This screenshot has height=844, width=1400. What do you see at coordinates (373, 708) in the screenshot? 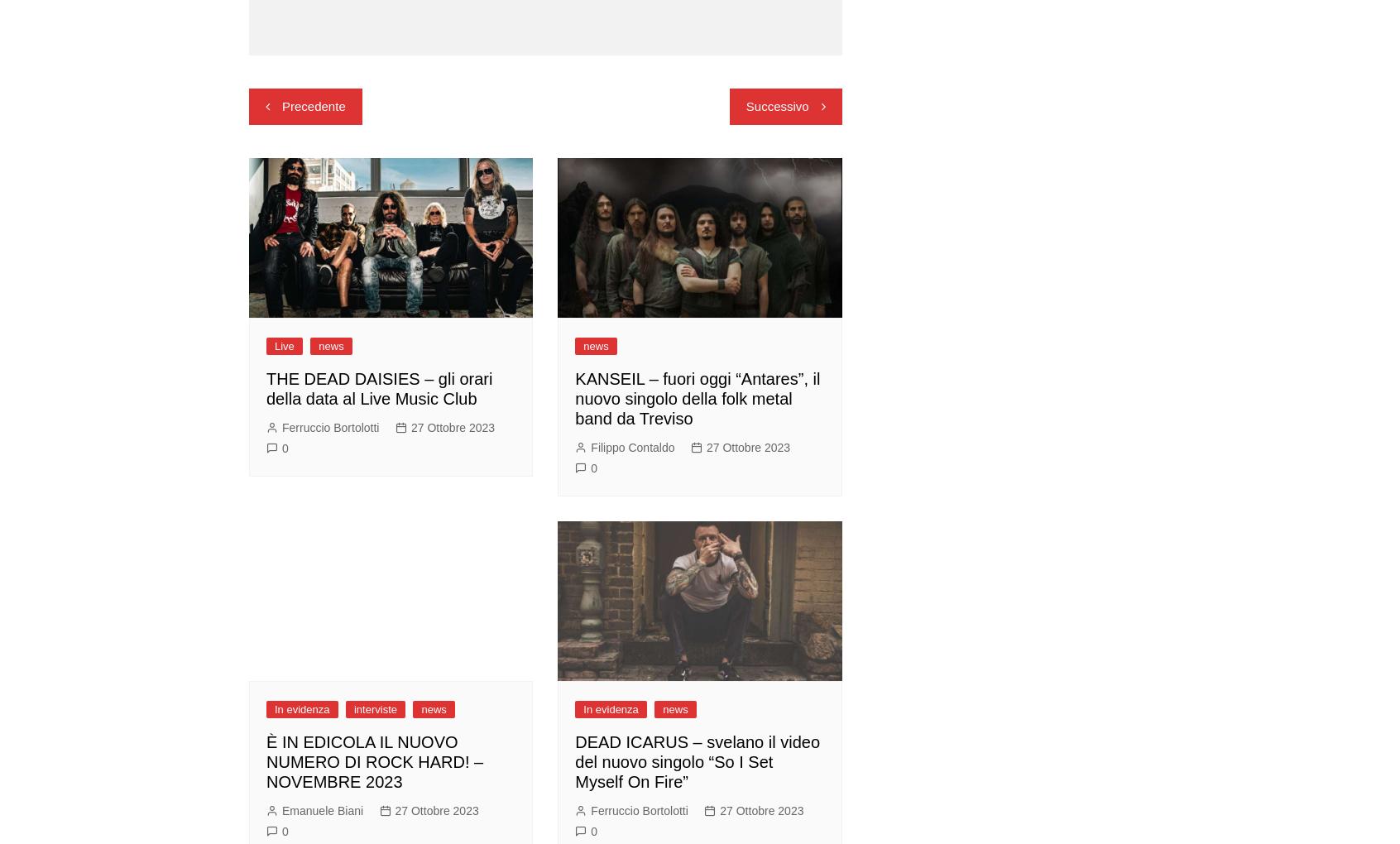
I see `'interviste'` at bounding box center [373, 708].